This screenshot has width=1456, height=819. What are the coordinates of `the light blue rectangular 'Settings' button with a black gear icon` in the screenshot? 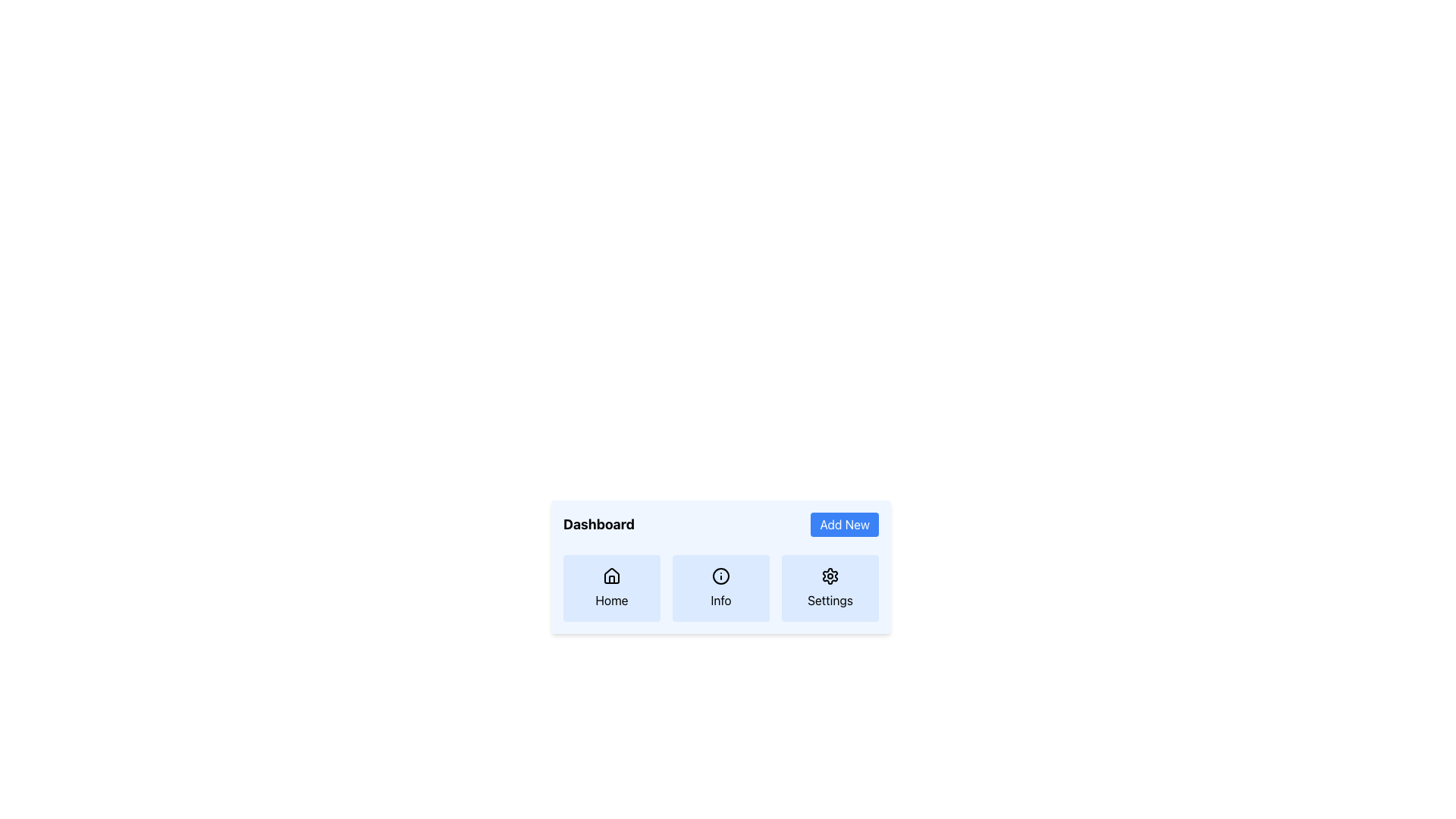 It's located at (829, 587).